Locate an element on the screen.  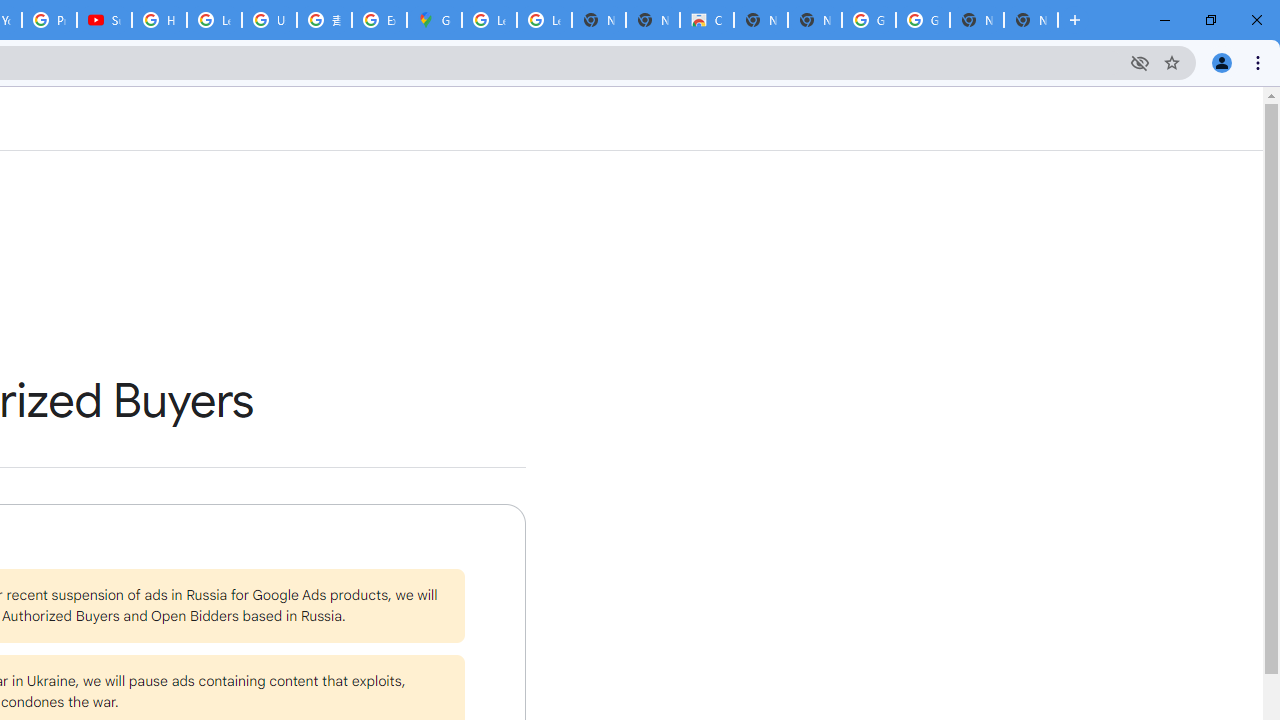
'New Tab' is located at coordinates (1031, 20).